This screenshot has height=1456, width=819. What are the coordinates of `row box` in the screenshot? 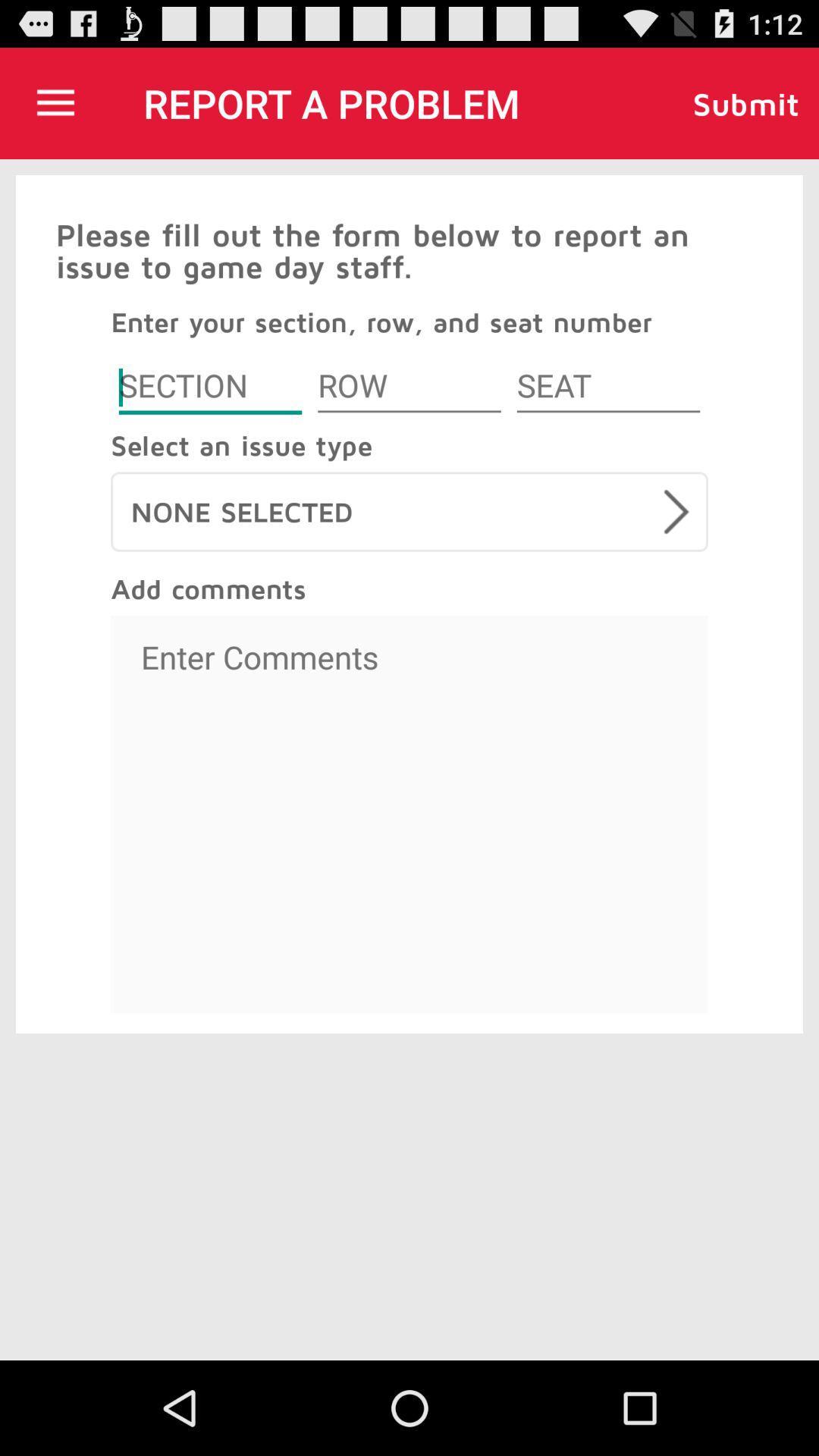 It's located at (409, 388).